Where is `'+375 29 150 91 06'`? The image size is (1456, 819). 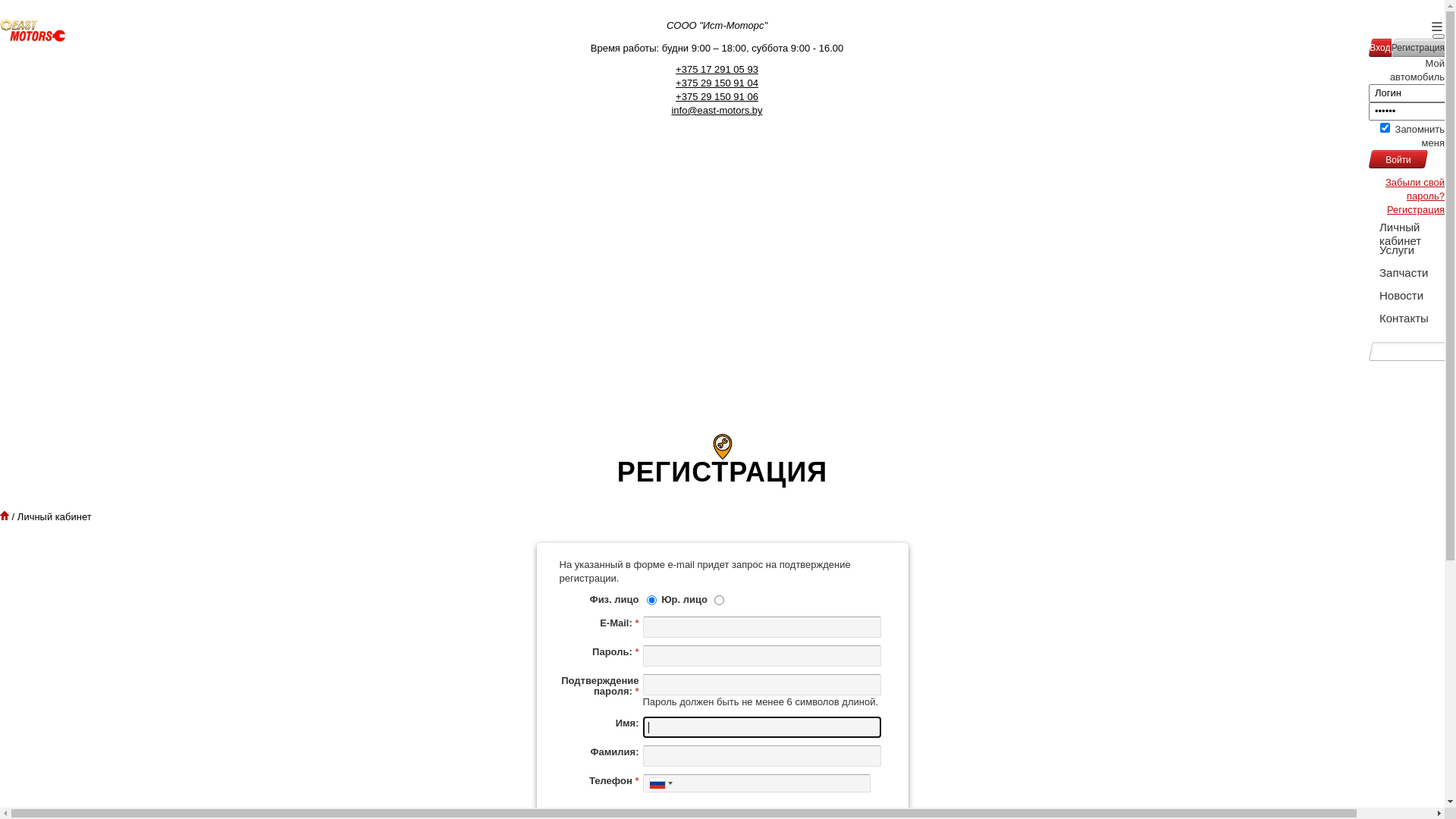 '+375 29 150 91 06' is located at coordinates (716, 96).